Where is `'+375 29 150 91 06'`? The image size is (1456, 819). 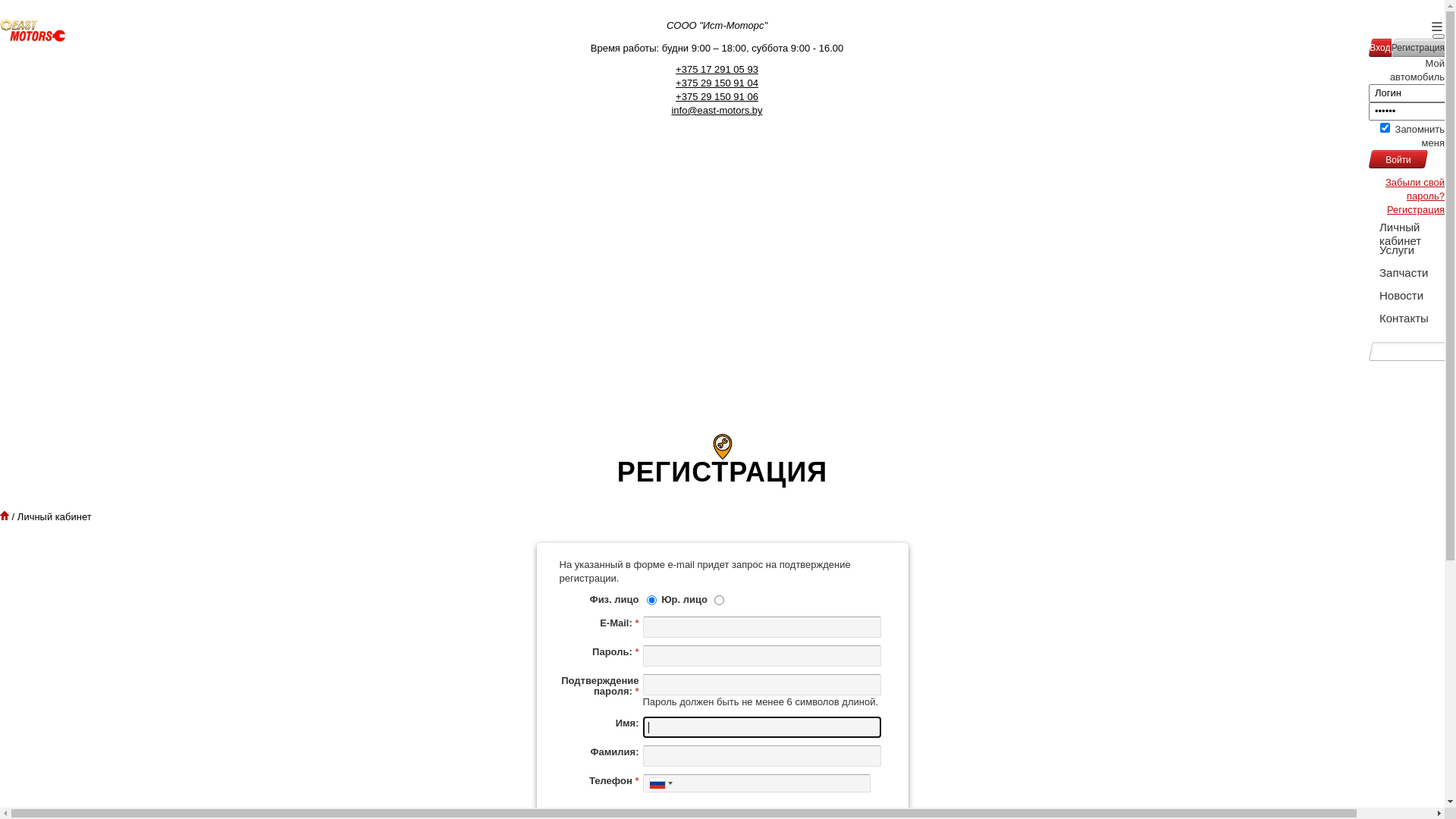 '+375 29 150 91 06' is located at coordinates (716, 96).